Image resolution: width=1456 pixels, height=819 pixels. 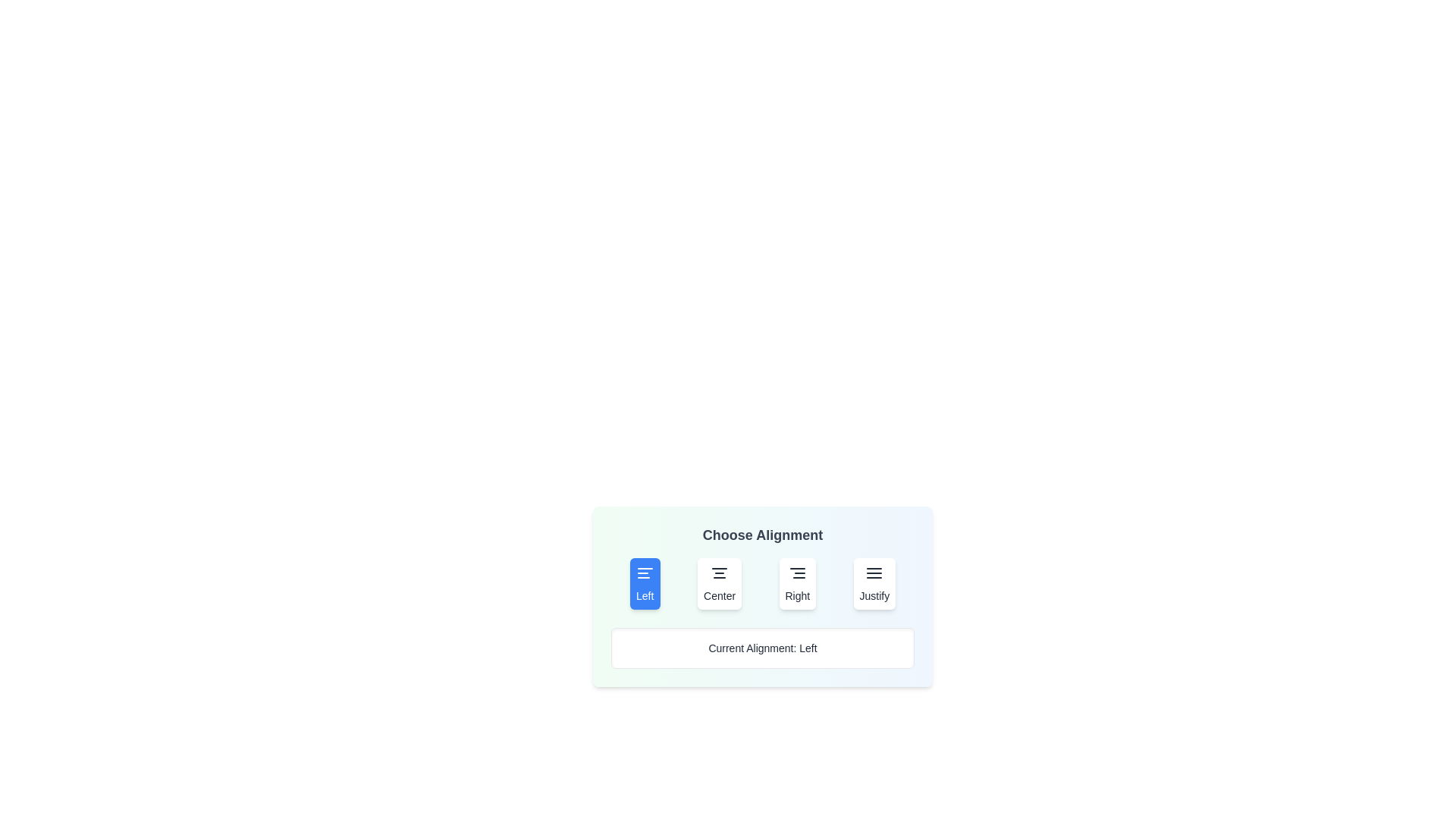 I want to click on the button labeled Right to observe its hover effect, so click(x=796, y=583).